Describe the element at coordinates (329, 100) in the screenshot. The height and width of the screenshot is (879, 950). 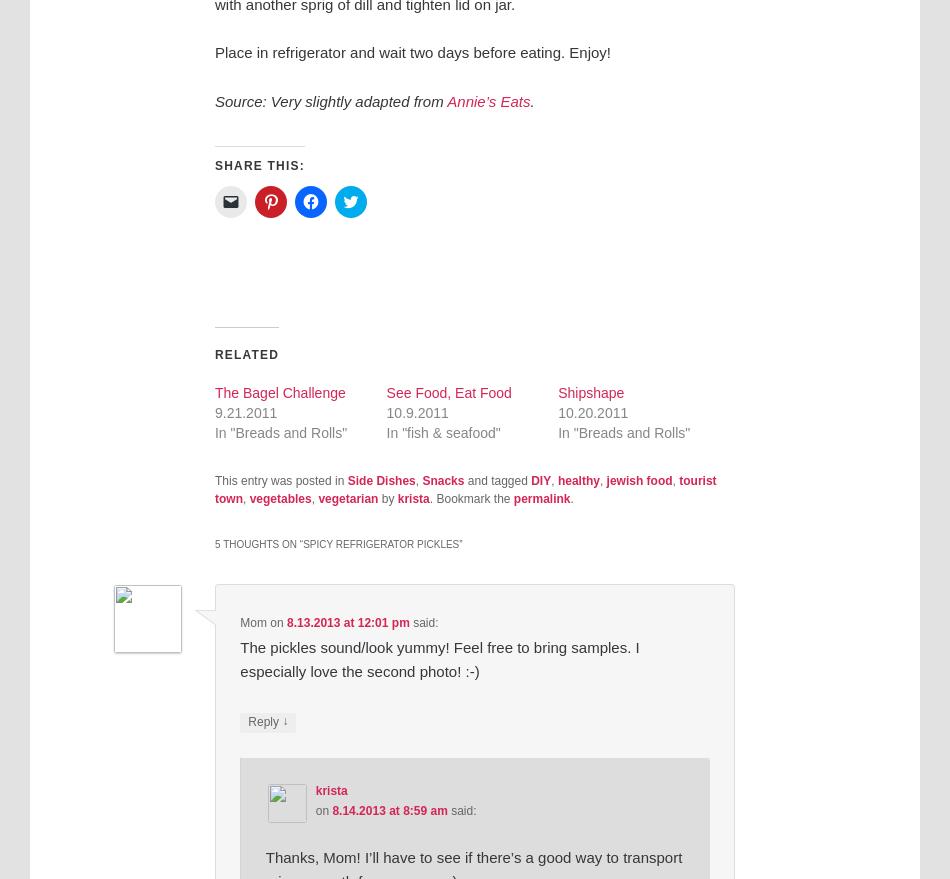
I see `'Source: Very slightly adapted from'` at that location.